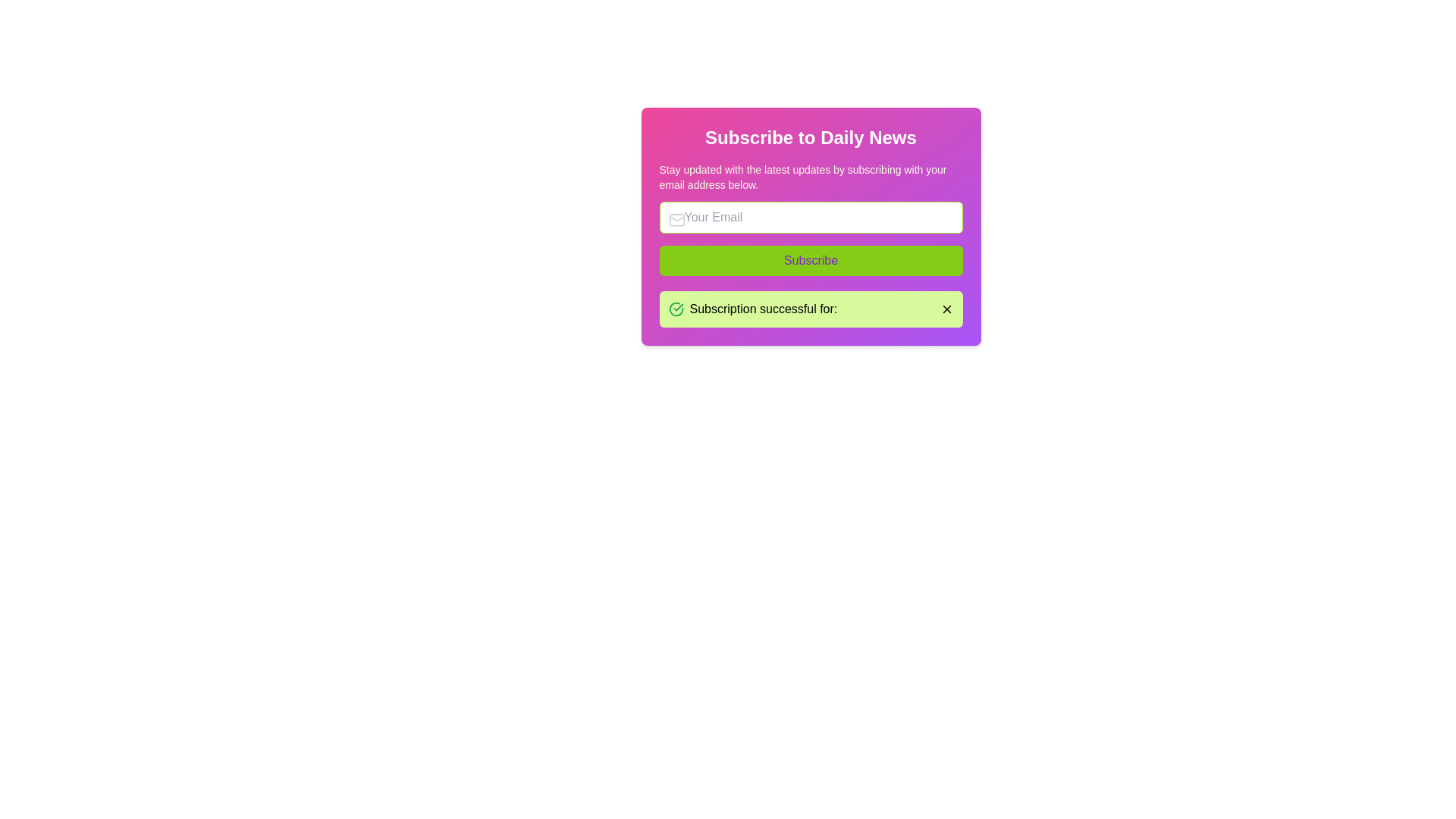 Image resolution: width=1456 pixels, height=819 pixels. Describe the element at coordinates (810, 227) in the screenshot. I see `the email input field that allows users to input their email address for the subscription process, located directly below the subscription prompt text` at that location.